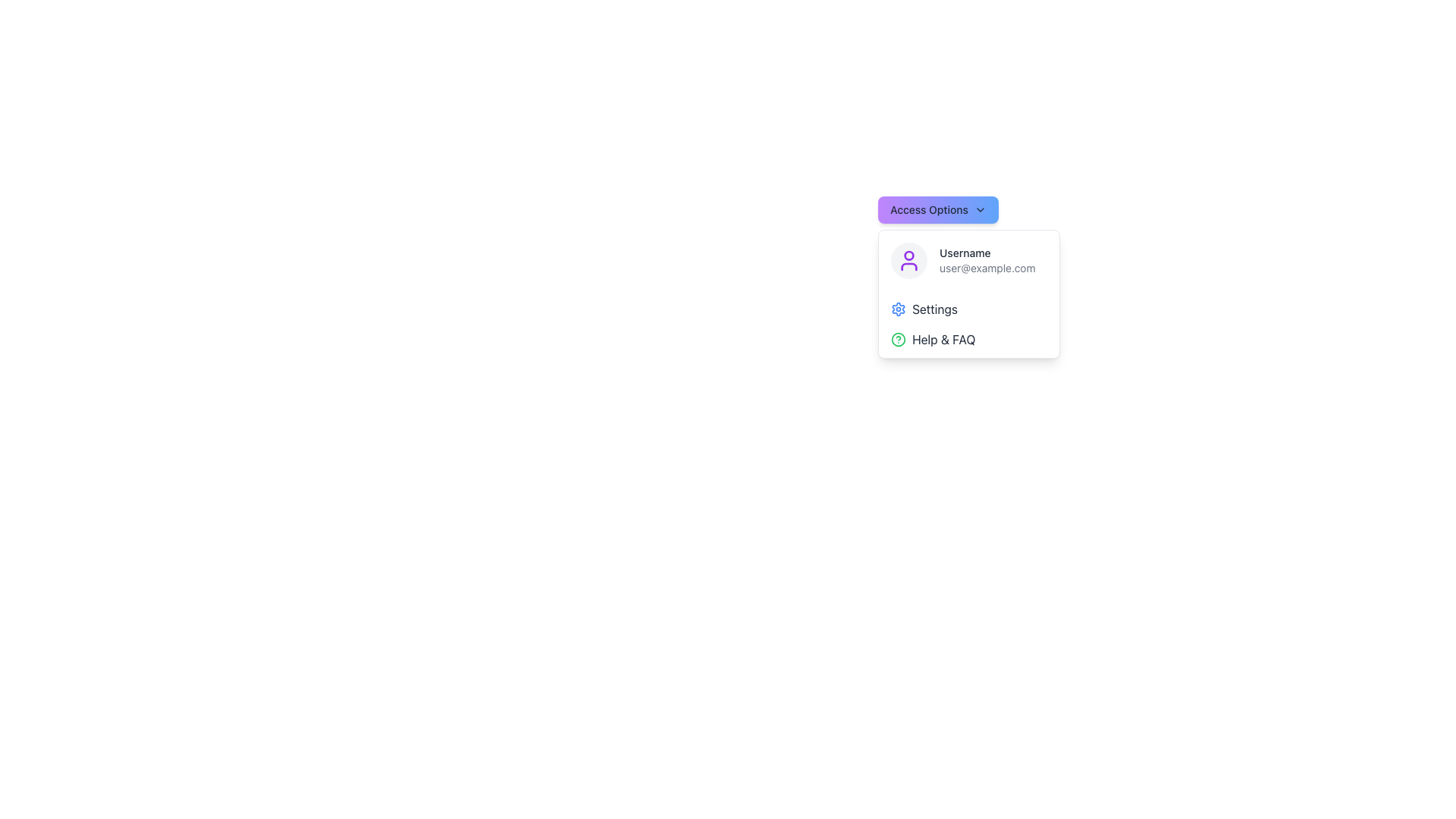  What do you see at coordinates (909, 259) in the screenshot?
I see `the circular button-like icon with a purple user profile illustration, located to the left of the text 'Username user@example.com'` at bounding box center [909, 259].